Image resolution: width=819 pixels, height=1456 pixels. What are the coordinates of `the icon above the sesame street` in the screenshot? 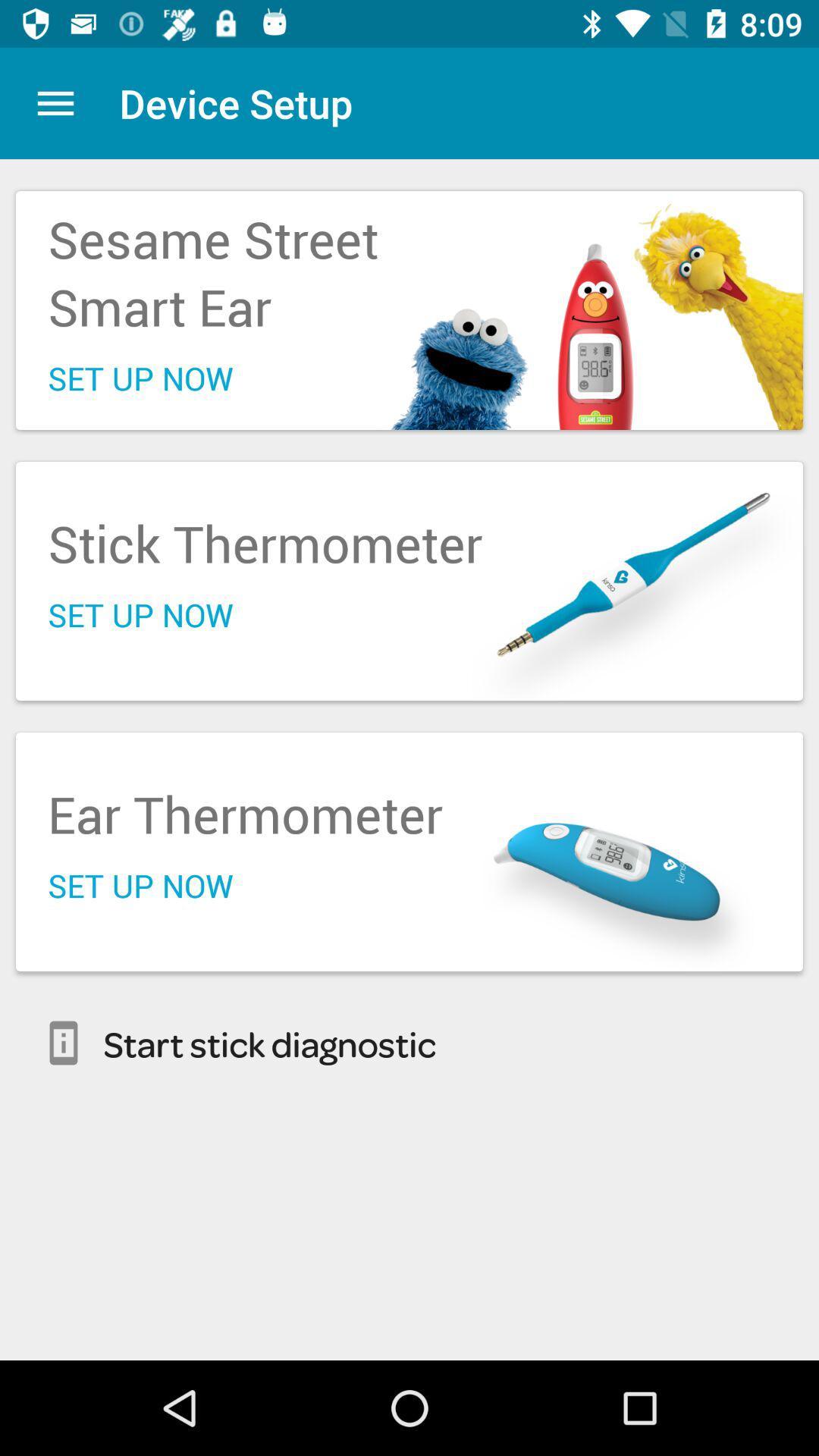 It's located at (55, 102).